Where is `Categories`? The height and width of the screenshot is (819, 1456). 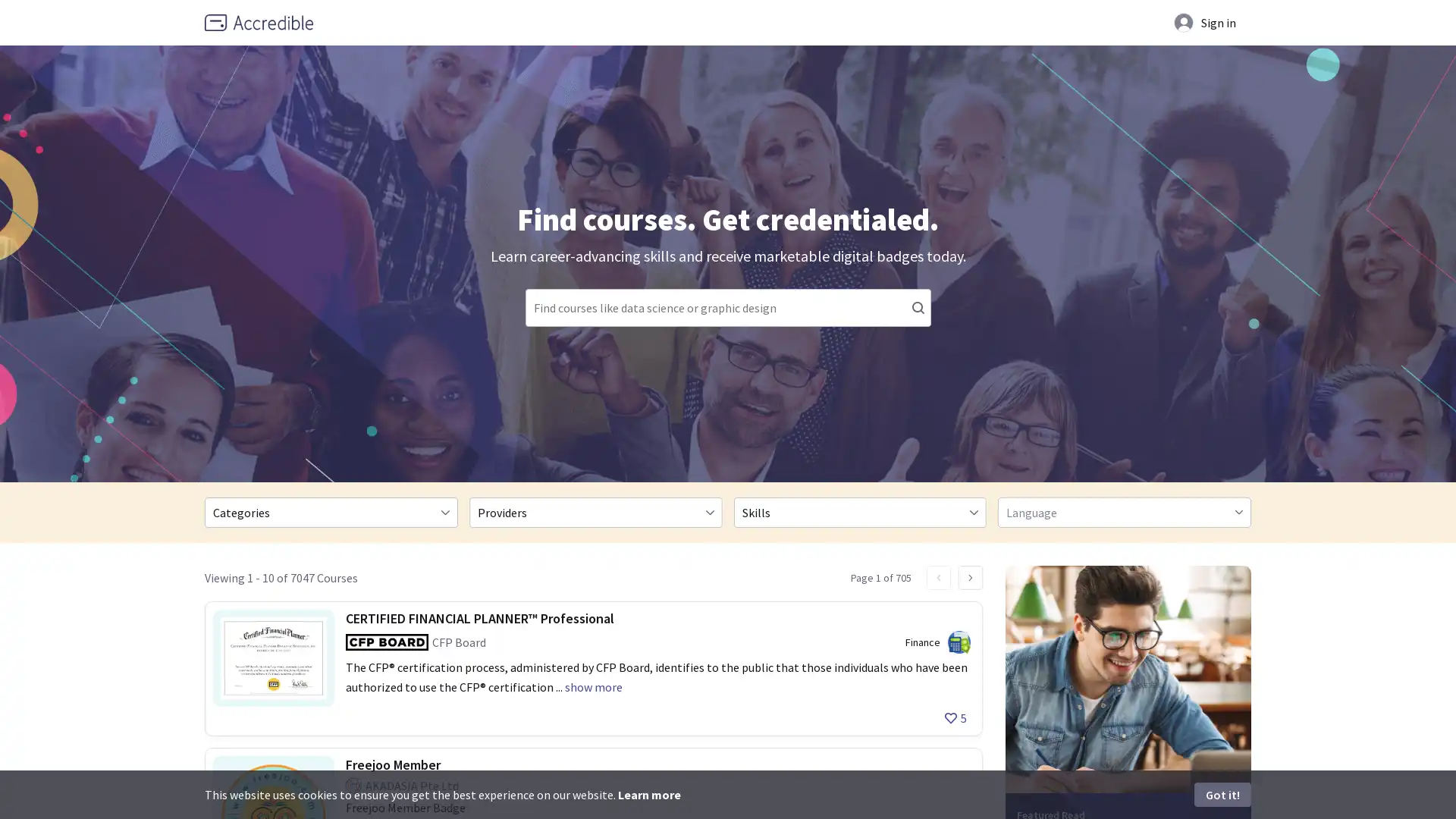
Categories is located at coordinates (330, 512).